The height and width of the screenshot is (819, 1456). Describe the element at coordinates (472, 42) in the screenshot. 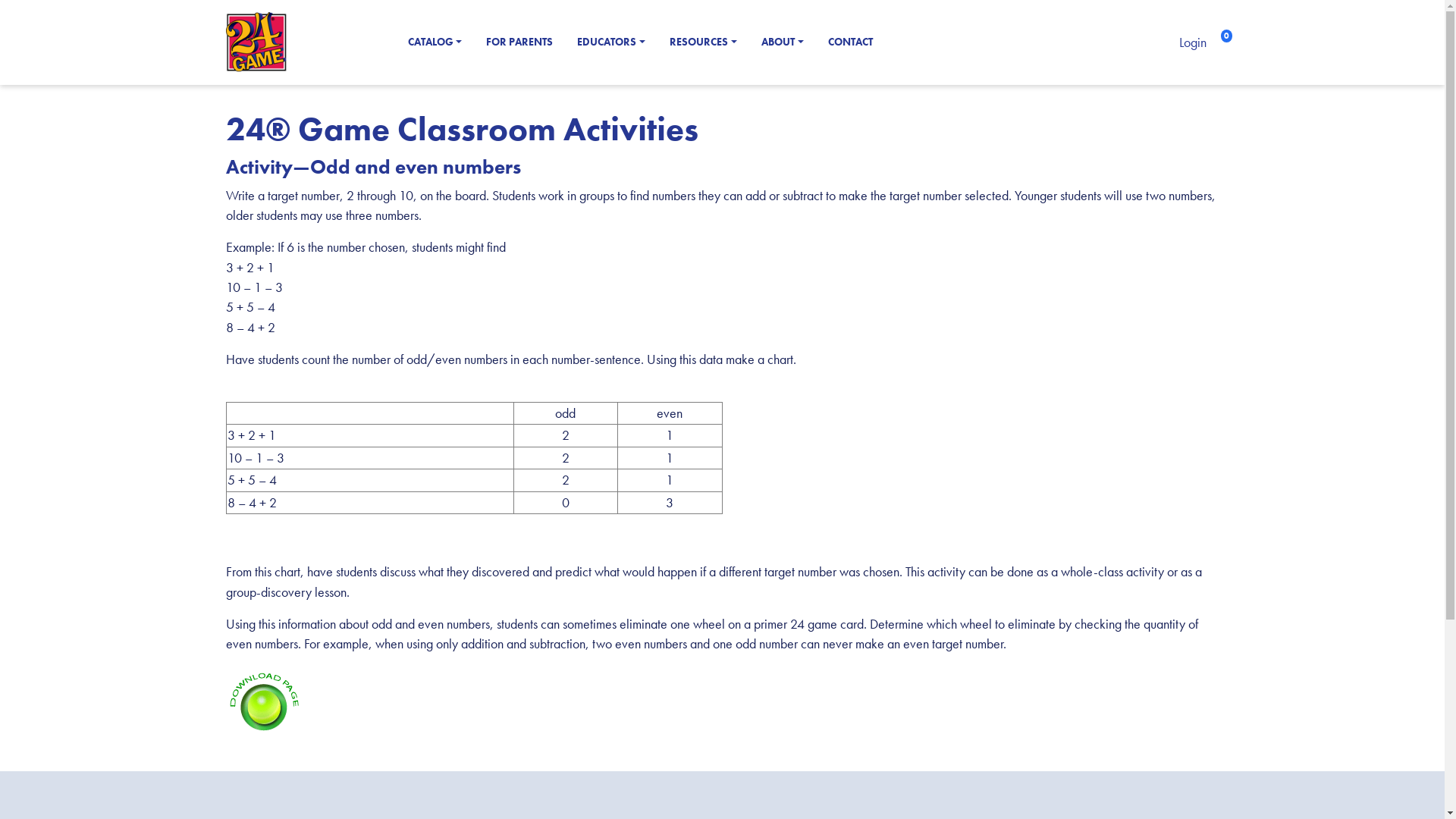

I see `'FOR PARENTS'` at that location.